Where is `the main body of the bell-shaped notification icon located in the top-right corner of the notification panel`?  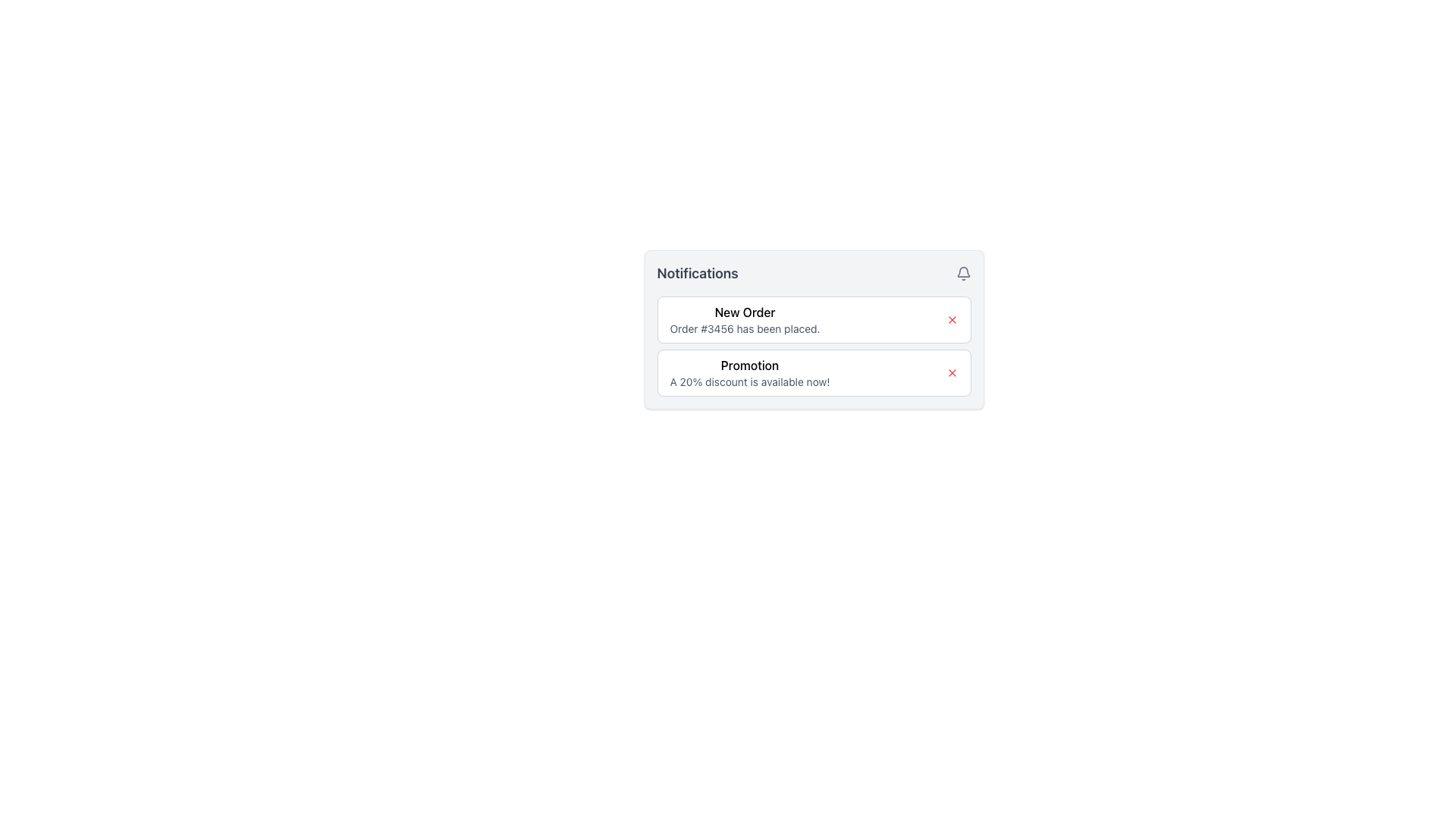 the main body of the bell-shaped notification icon located in the top-right corner of the notification panel is located at coordinates (962, 271).